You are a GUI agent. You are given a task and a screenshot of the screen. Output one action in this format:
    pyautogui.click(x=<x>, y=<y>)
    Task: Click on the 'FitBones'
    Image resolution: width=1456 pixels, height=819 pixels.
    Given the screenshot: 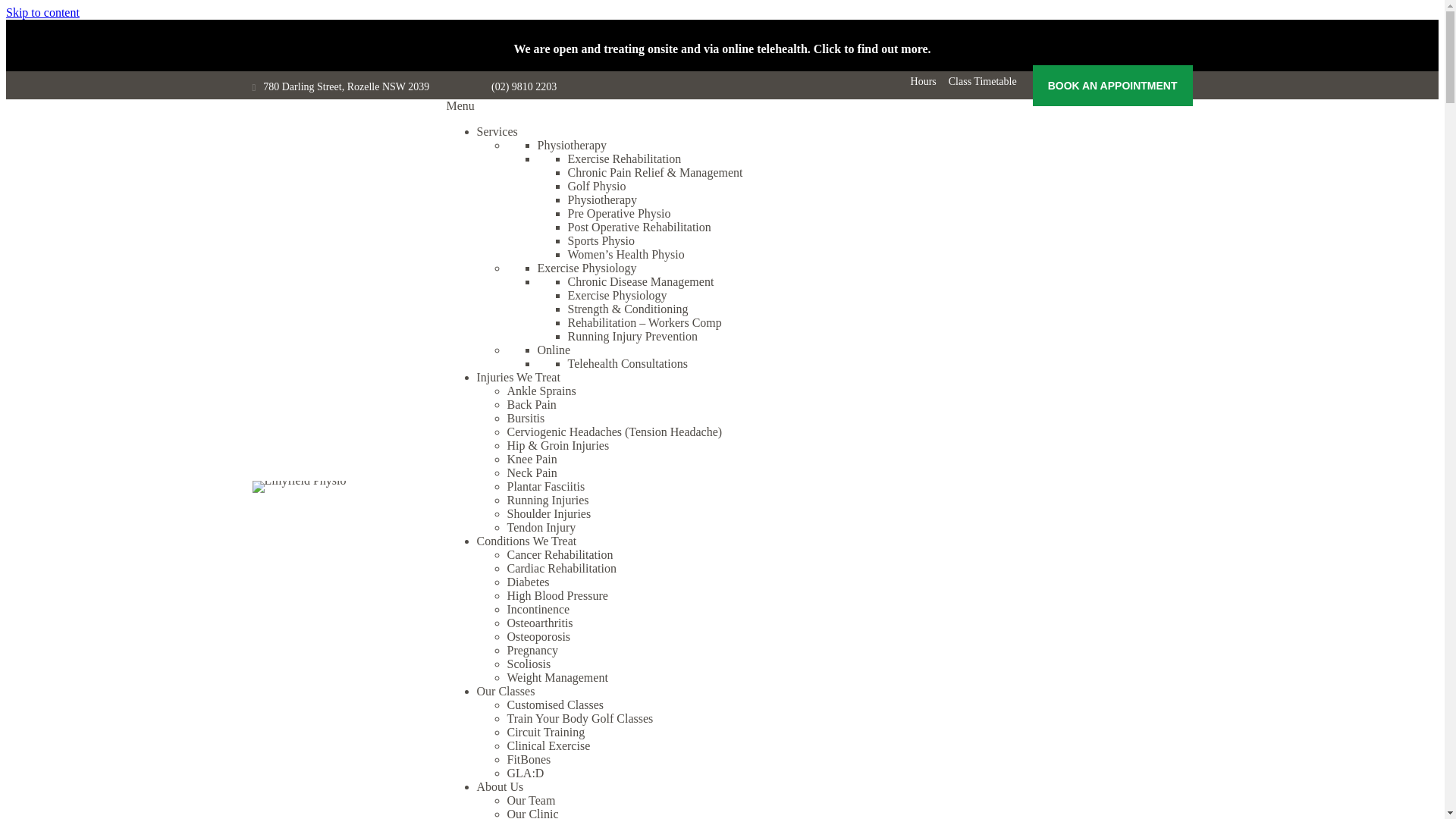 What is the action you would take?
    pyautogui.click(x=528, y=759)
    